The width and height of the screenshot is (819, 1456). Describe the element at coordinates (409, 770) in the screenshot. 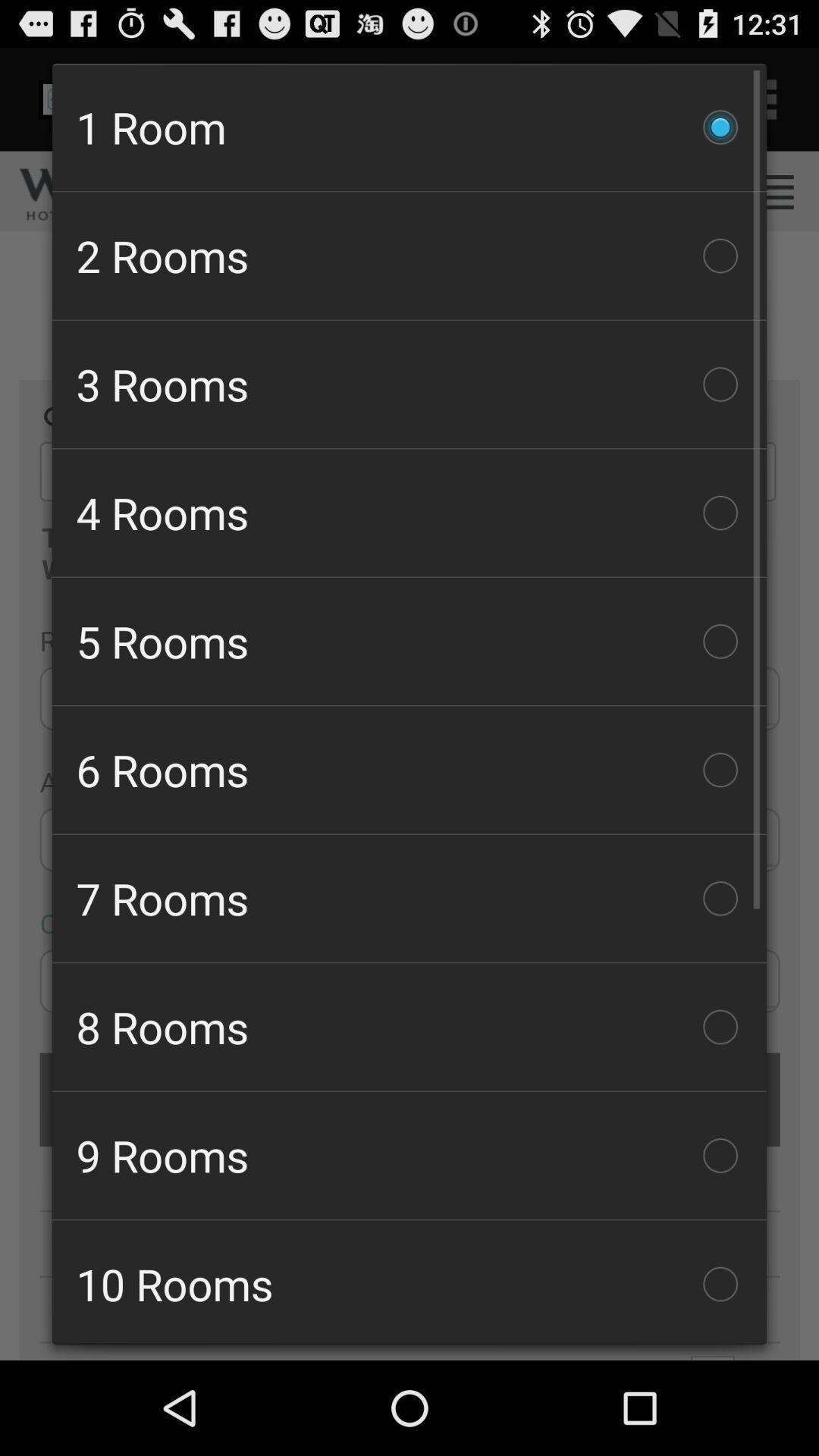

I see `icon below 5 rooms icon` at that location.